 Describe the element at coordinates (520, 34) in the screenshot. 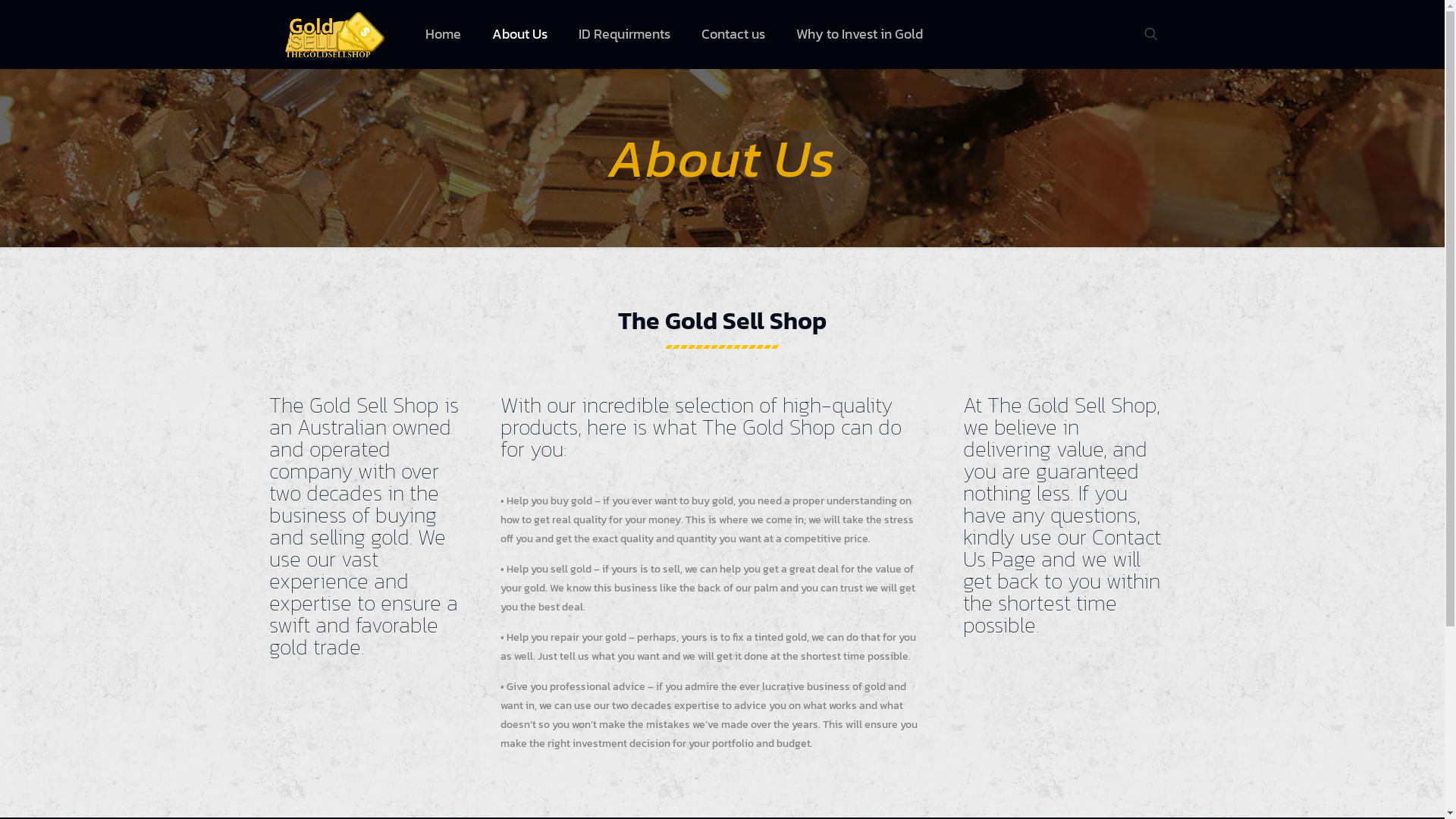

I see `'About Us'` at that location.